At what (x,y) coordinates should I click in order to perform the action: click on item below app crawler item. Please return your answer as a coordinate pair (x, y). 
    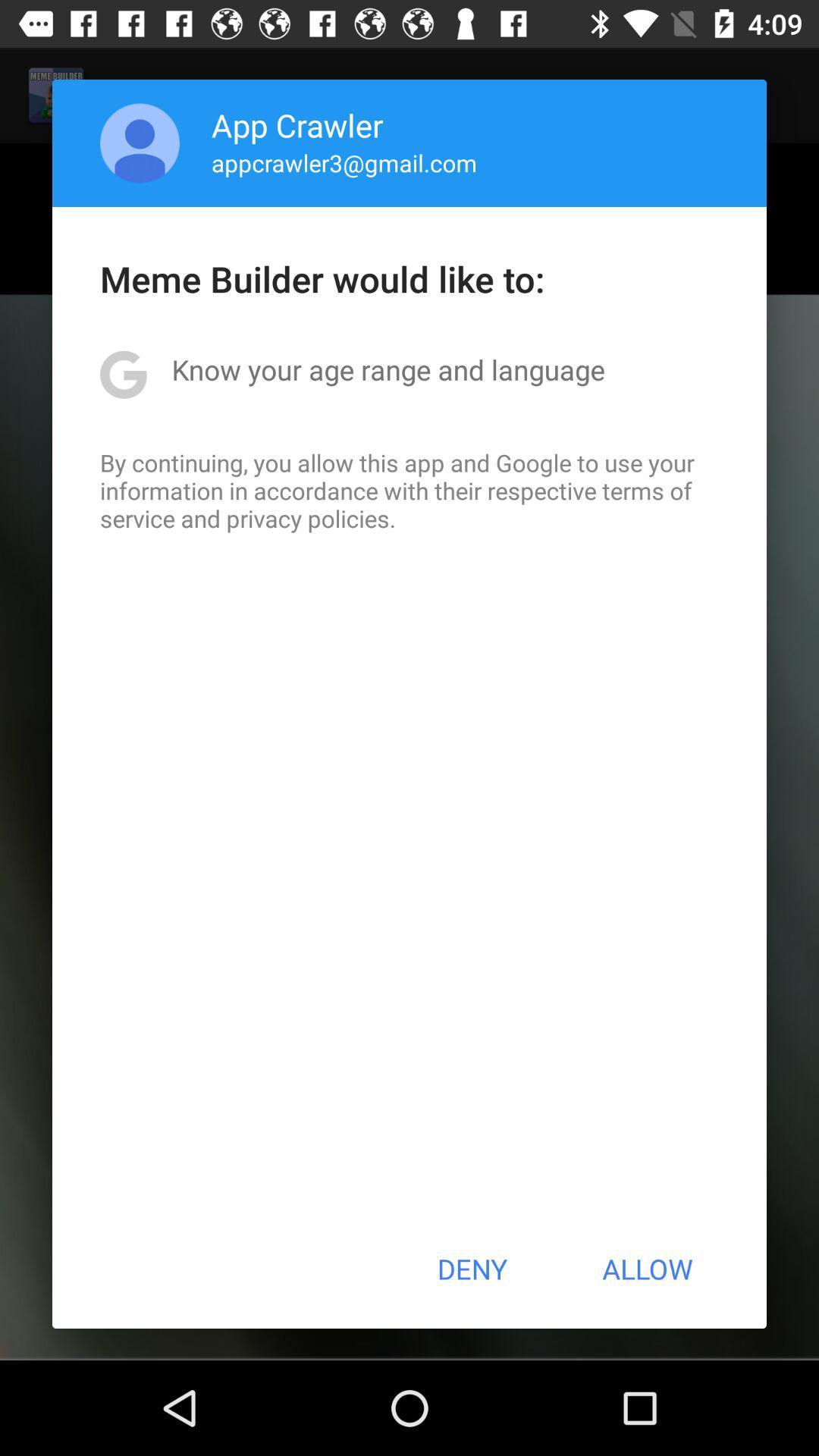
    Looking at the image, I should click on (344, 162).